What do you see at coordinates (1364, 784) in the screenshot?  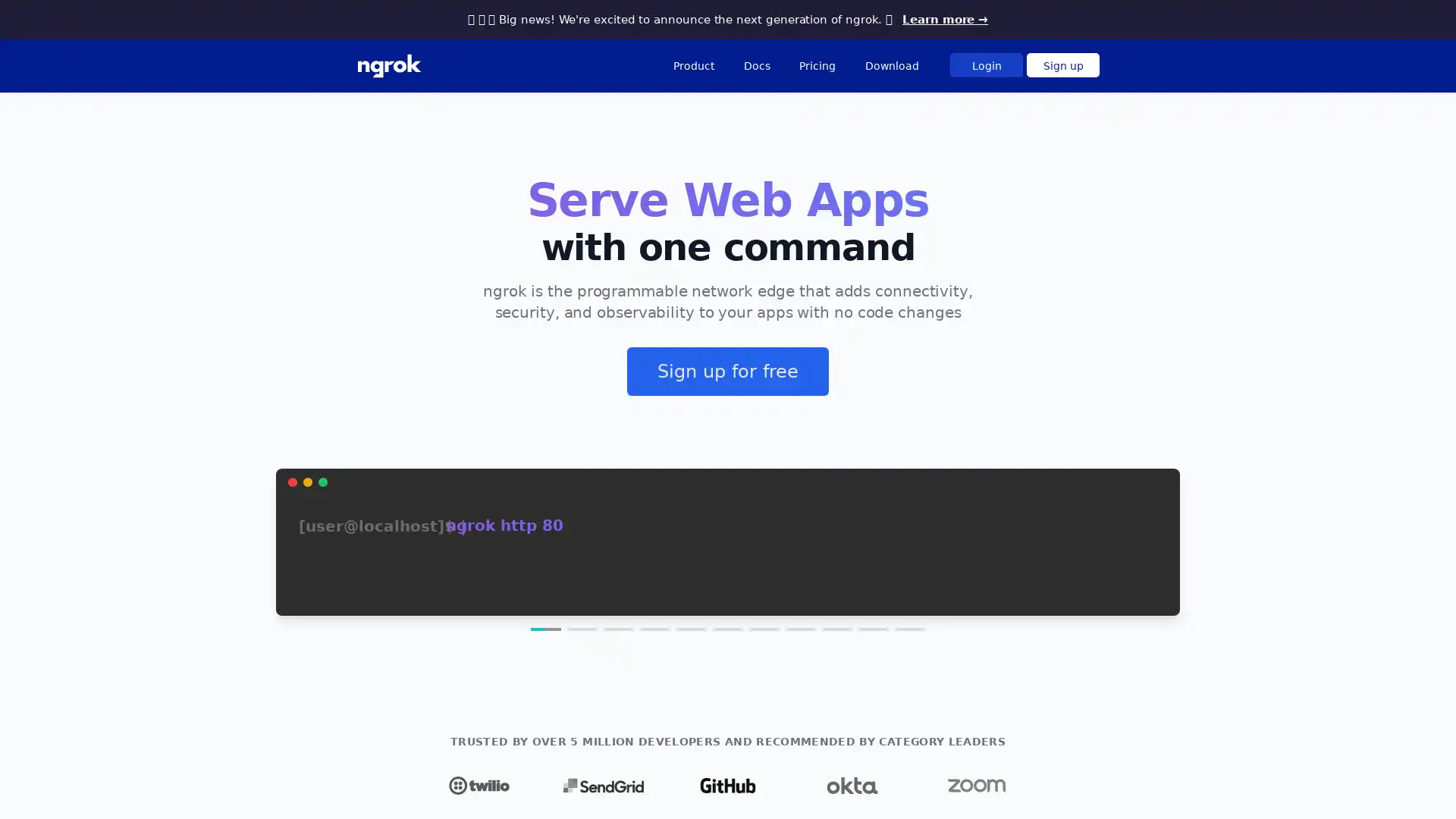 I see `Ask a question` at bounding box center [1364, 784].